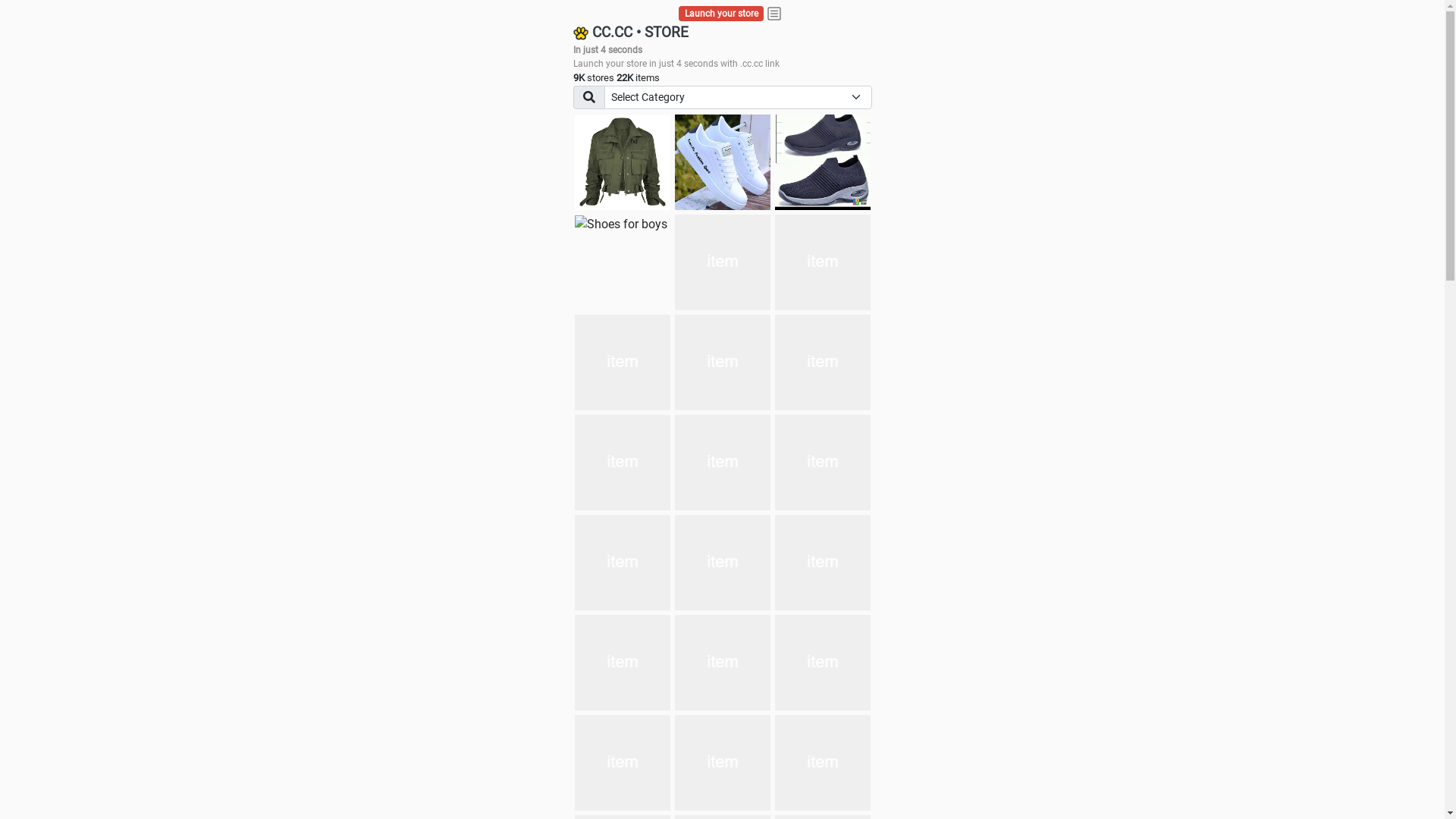 The height and width of the screenshot is (819, 1456). Describe the element at coordinates (622, 162) in the screenshot. I see `'jacket'` at that location.